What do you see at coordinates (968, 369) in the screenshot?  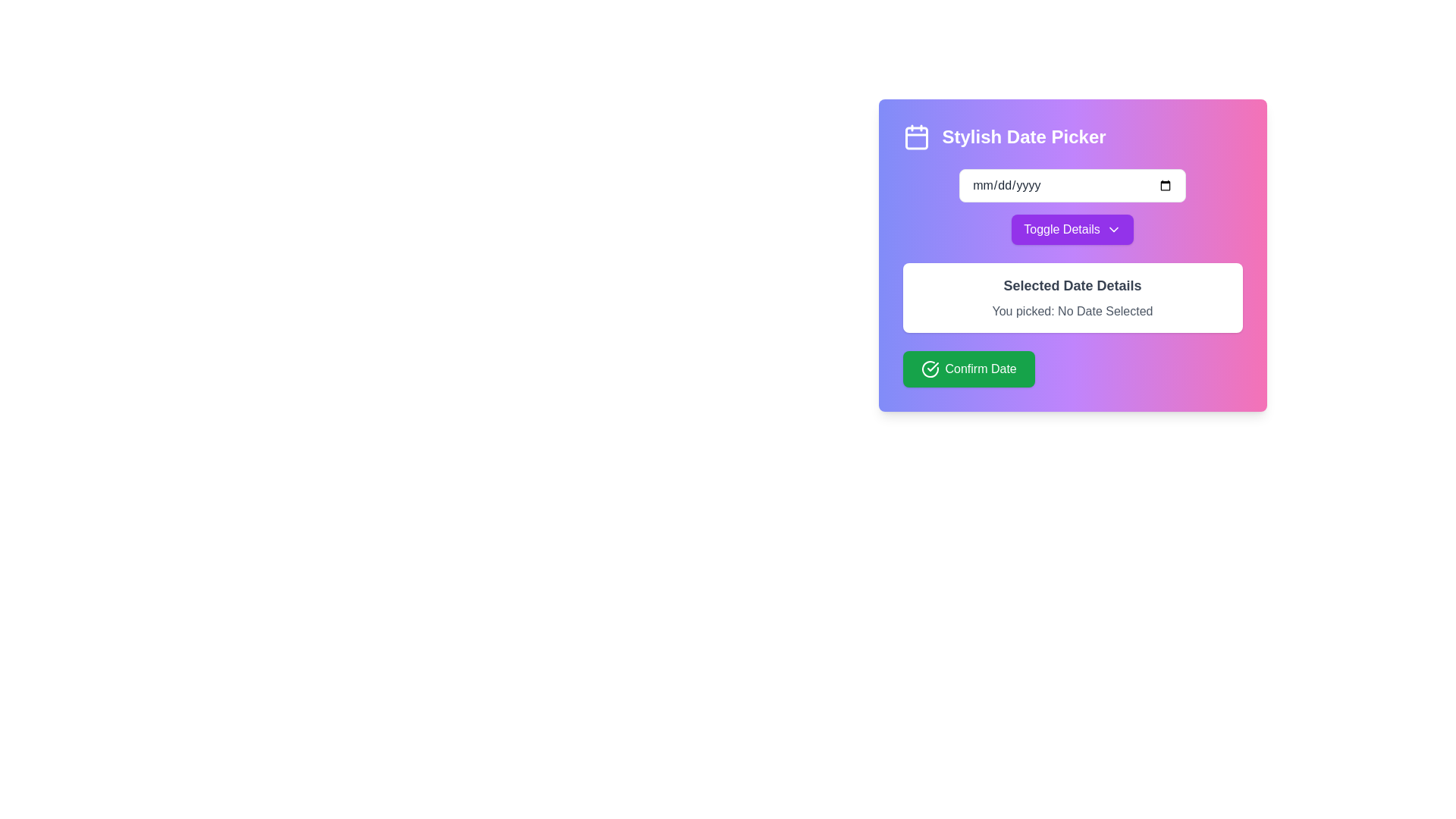 I see `the 'Confirm Date' button located at the bottom center of the 'Stylish Date Picker' interface` at bounding box center [968, 369].